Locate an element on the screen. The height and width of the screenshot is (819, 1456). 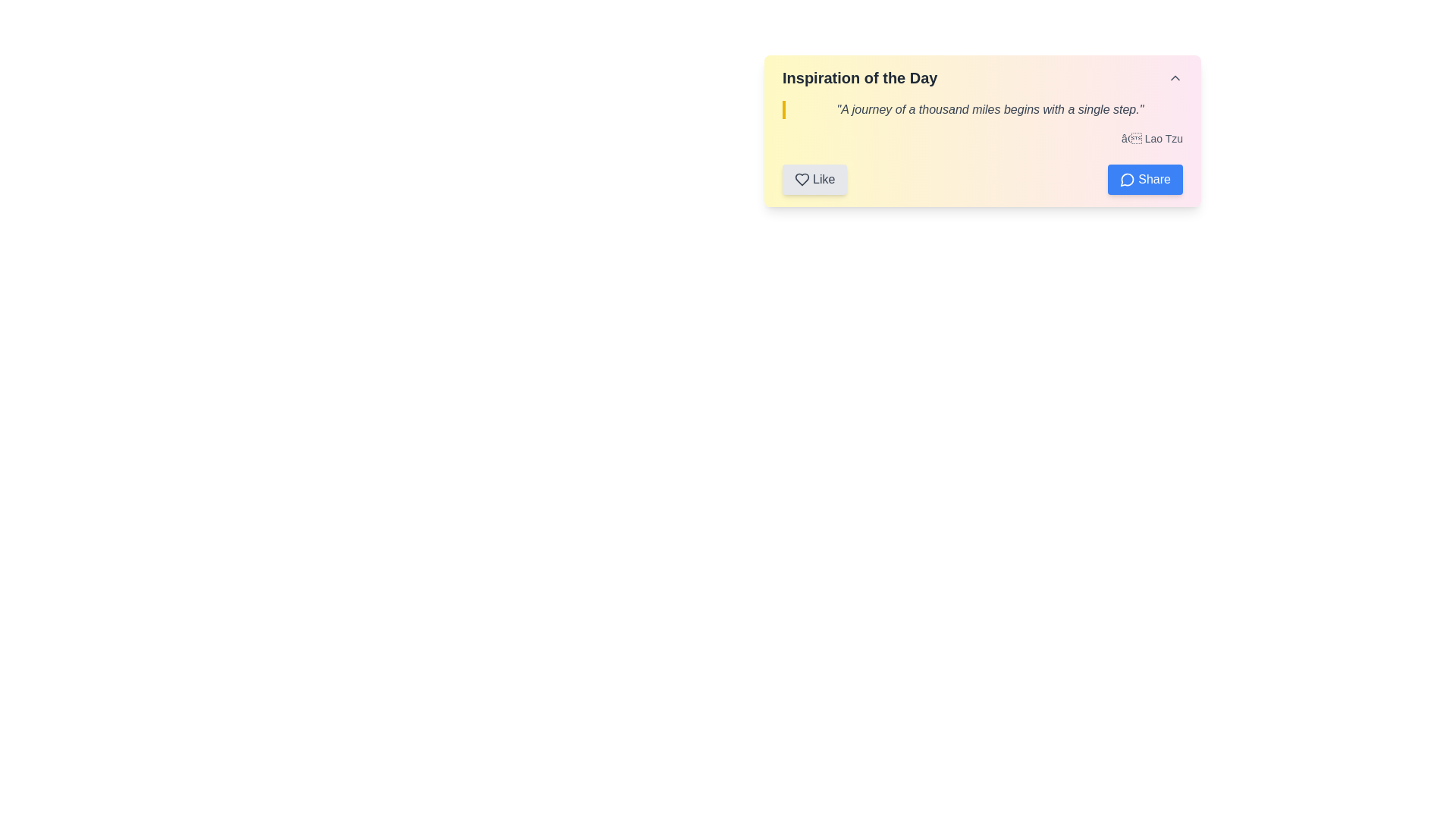
the icon within the 'Share' button, which features a circular speech bubble with a message symbol and is located at the bottom-right corner of the 'Inspiration of the Day' panel is located at coordinates (1127, 179).